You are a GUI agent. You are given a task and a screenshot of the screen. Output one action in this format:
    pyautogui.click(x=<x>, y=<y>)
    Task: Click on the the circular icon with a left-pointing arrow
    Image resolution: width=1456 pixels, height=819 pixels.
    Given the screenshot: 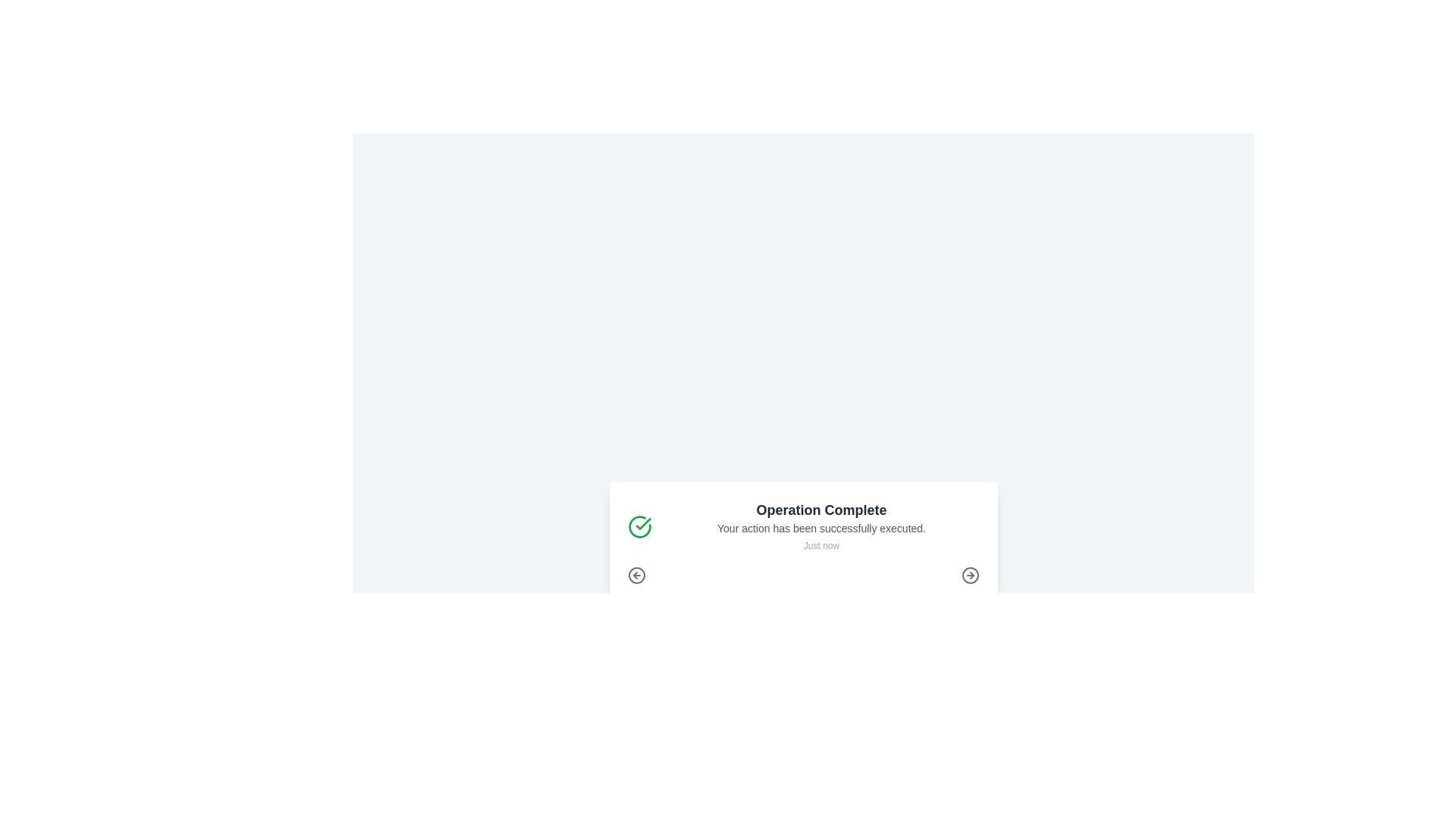 What is the action you would take?
    pyautogui.click(x=636, y=576)
    